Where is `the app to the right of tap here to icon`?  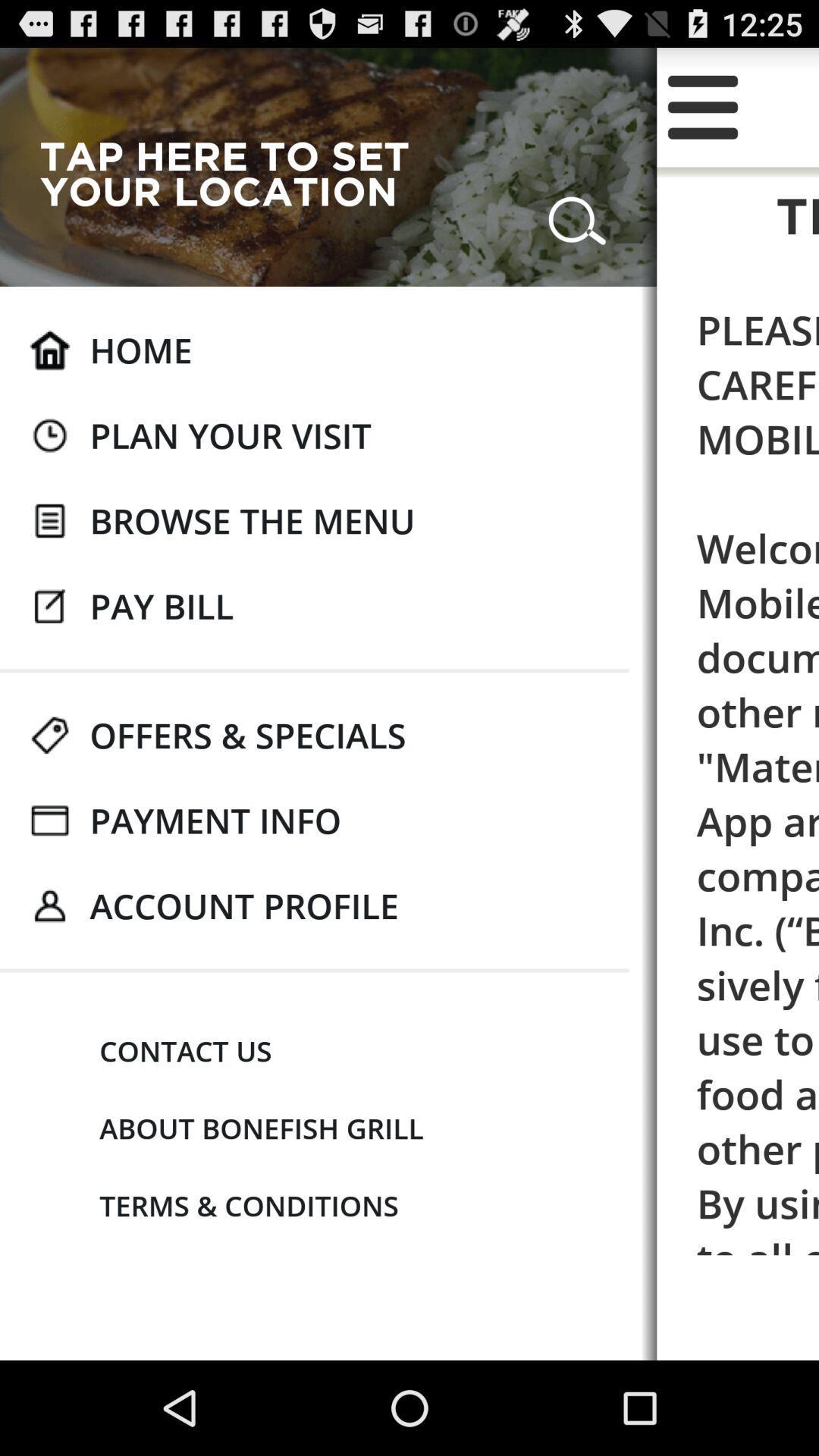
the app to the right of tap here to icon is located at coordinates (577, 214).